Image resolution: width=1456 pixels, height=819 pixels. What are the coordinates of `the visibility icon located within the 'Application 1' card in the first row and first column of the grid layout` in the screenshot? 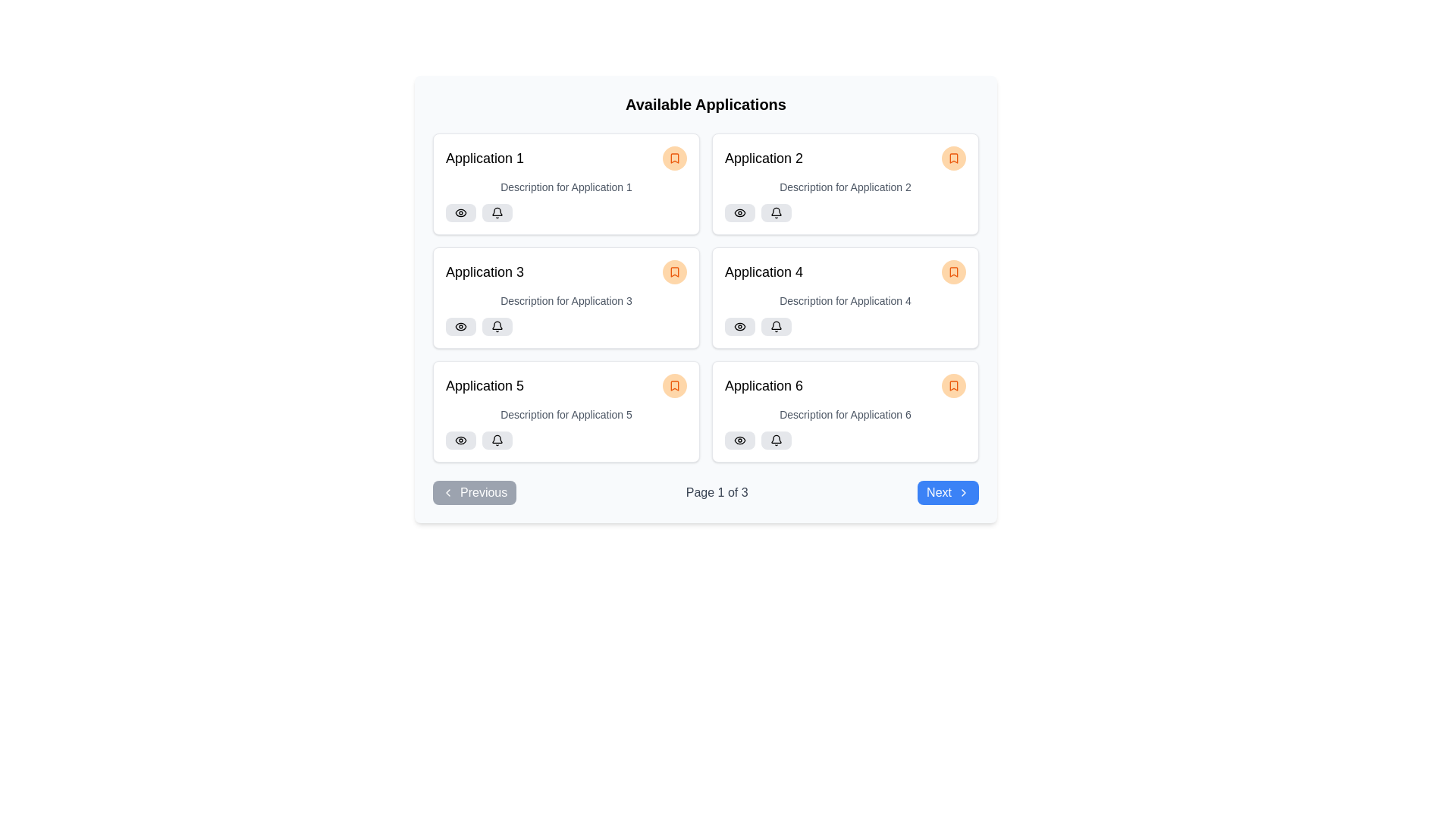 It's located at (460, 213).